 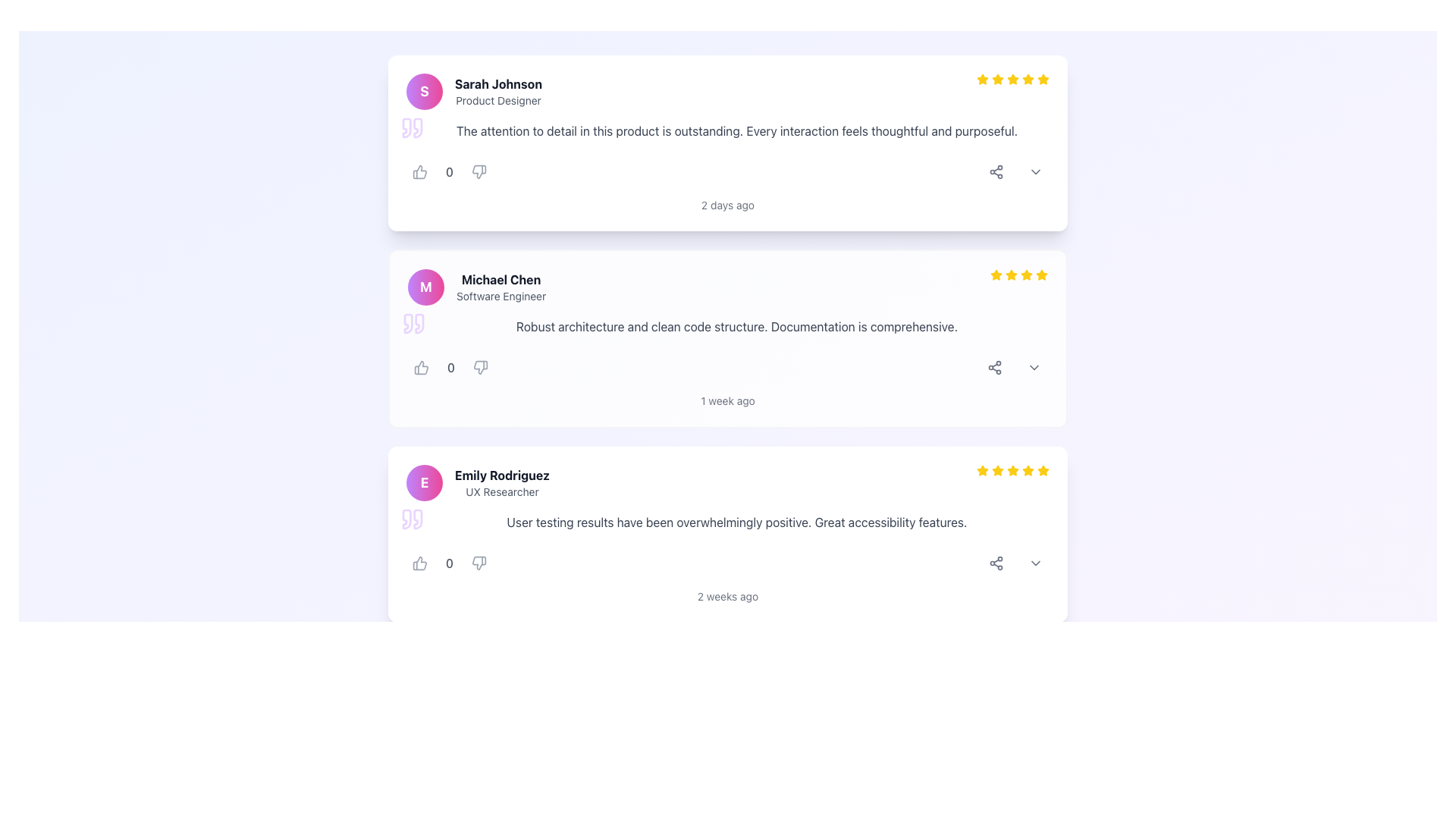 I want to click on the share icon located at the bottom-right corner of the review component, which triggers sharing functionality, so click(x=996, y=171).